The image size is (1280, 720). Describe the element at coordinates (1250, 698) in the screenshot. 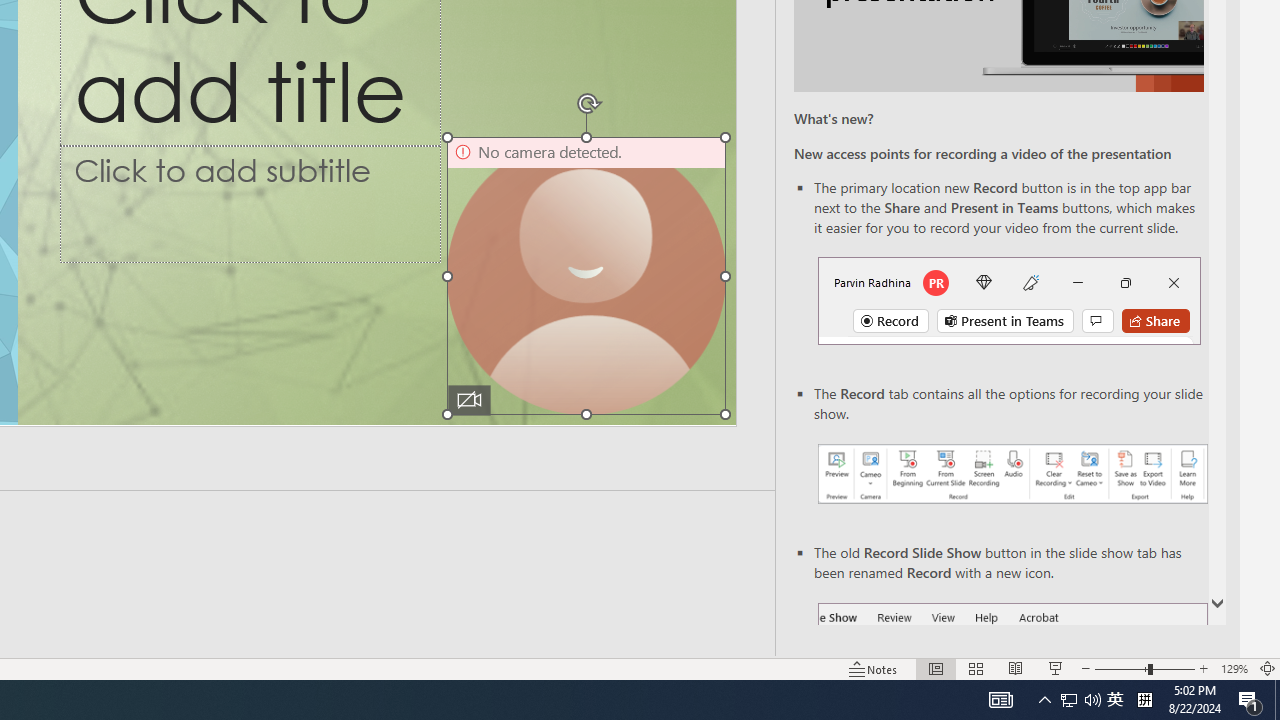

I see `'Action Center, 1 new notification'` at that location.